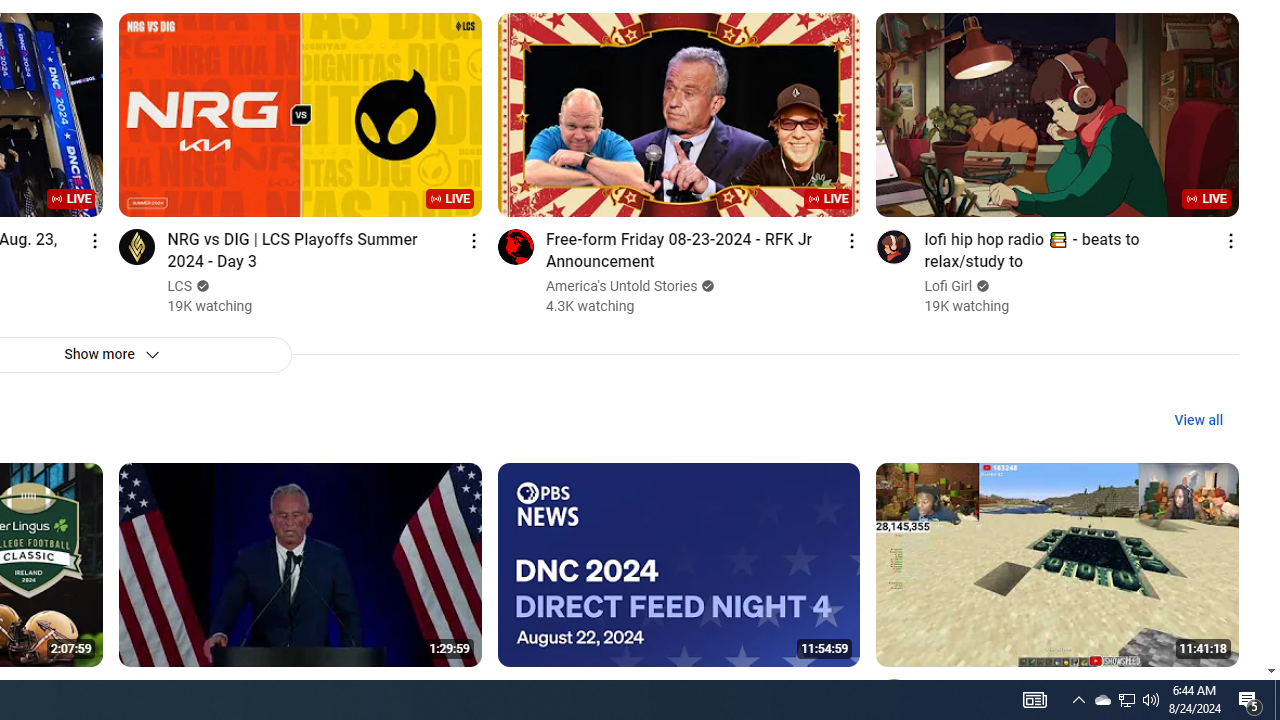 Image resolution: width=1280 pixels, height=720 pixels. What do you see at coordinates (948, 286) in the screenshot?
I see `'Lofi Girl'` at bounding box center [948, 286].